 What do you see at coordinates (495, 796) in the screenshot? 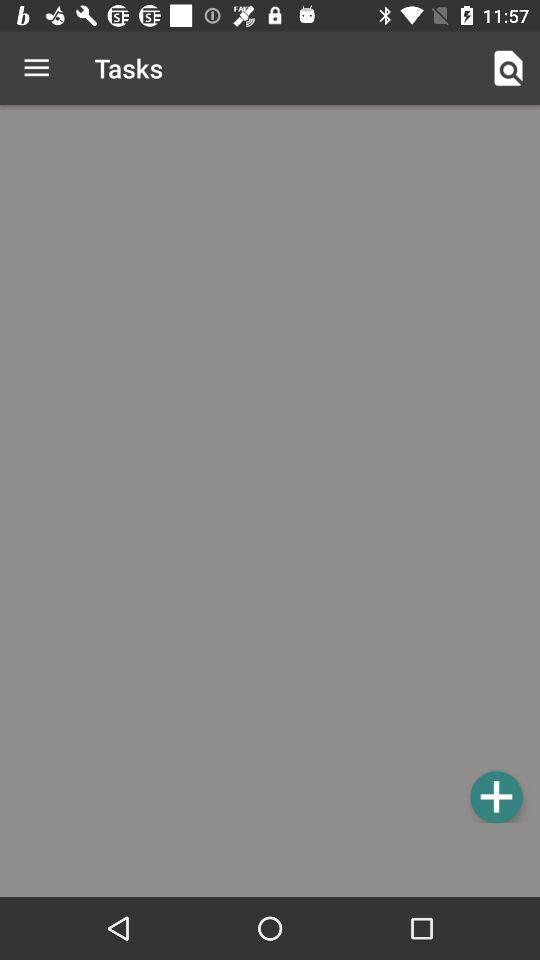
I see `the add icon` at bounding box center [495, 796].